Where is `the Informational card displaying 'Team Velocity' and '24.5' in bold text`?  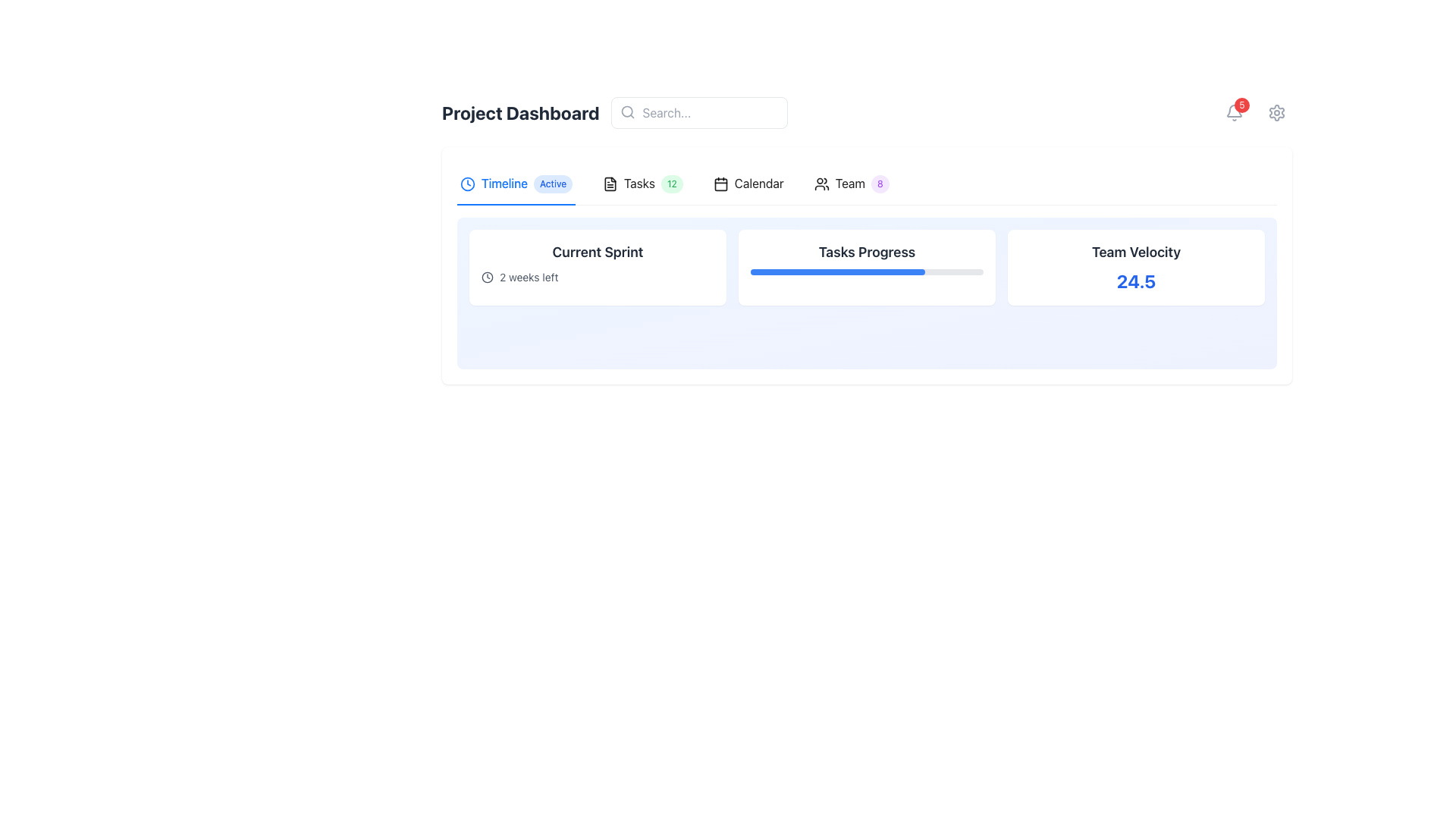
the Informational card displaying 'Team Velocity' and '24.5' in bold text is located at coordinates (1136, 267).